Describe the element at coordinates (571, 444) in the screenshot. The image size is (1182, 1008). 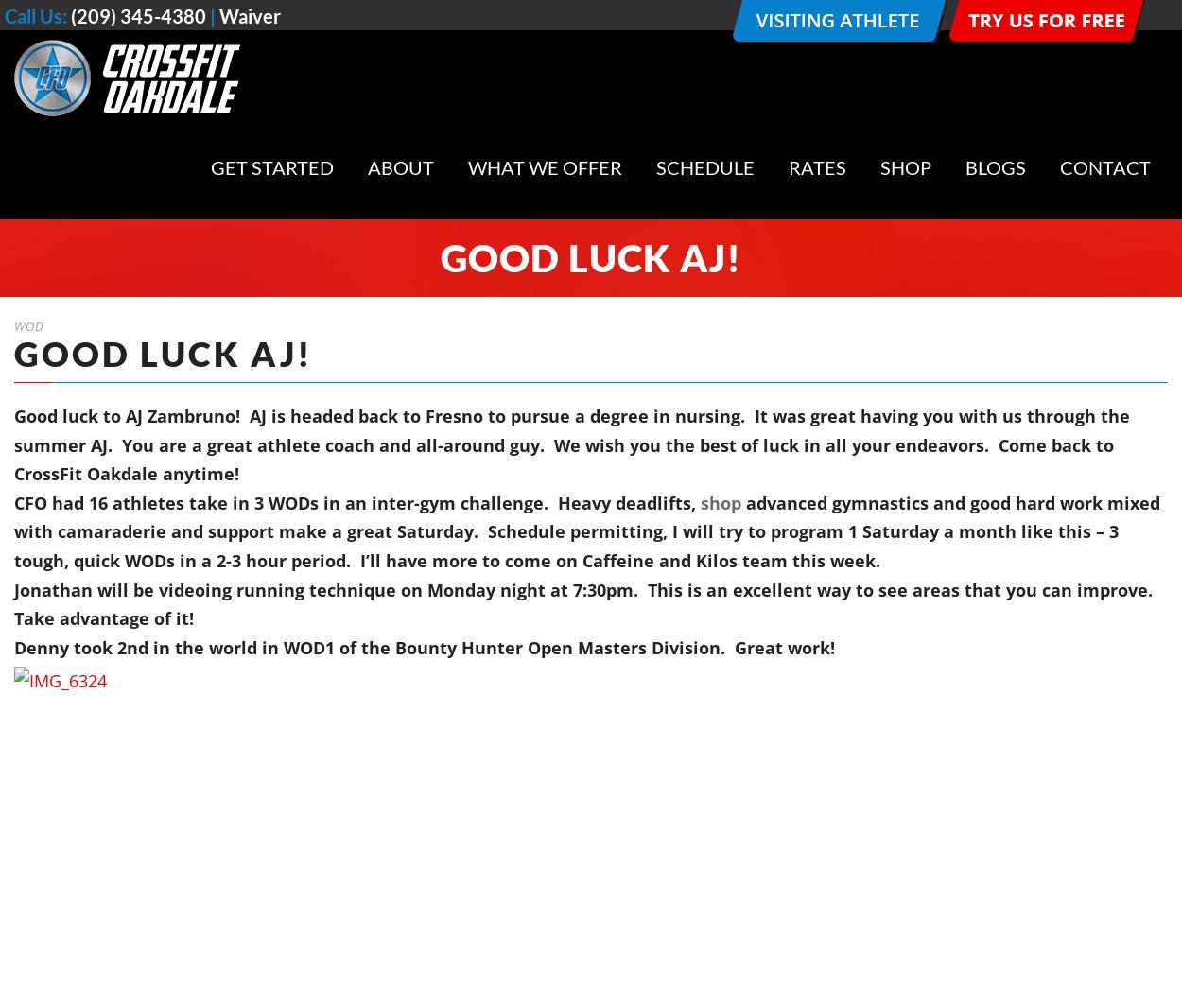
I see `'Good luck to AJ Zambruno!  AJ is headed back to Fresno to pursue a degree in nursing.  It was great having you with us through the summer AJ.  You are a great athlete coach and all-around guy.  We wish you the best of luck in all your endeavors.  Come back to CrossFit Oakdale anytime!'` at that location.